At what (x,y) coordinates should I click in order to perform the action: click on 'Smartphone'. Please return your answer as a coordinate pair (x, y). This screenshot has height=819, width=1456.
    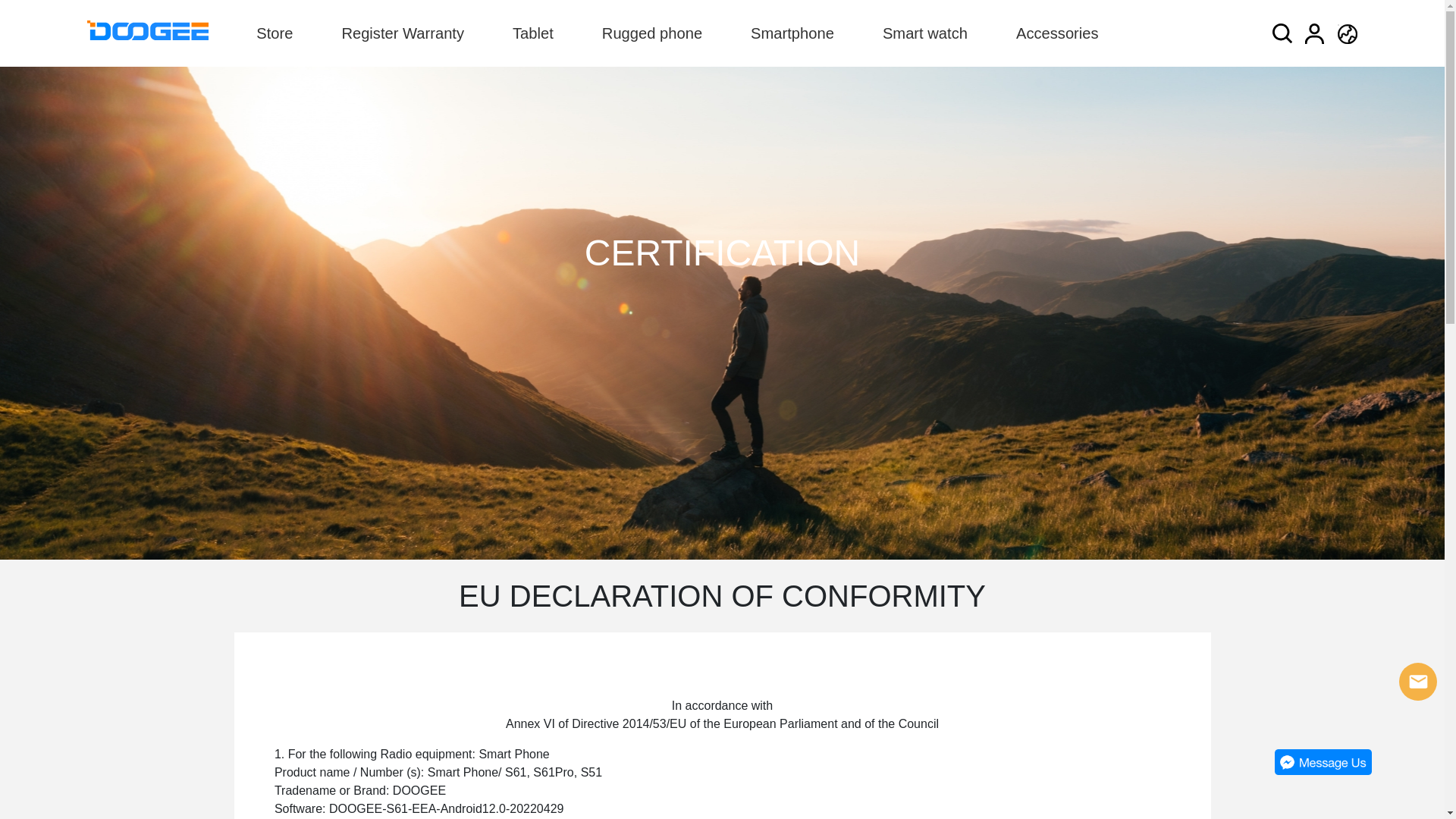
    Looking at the image, I should click on (792, 33).